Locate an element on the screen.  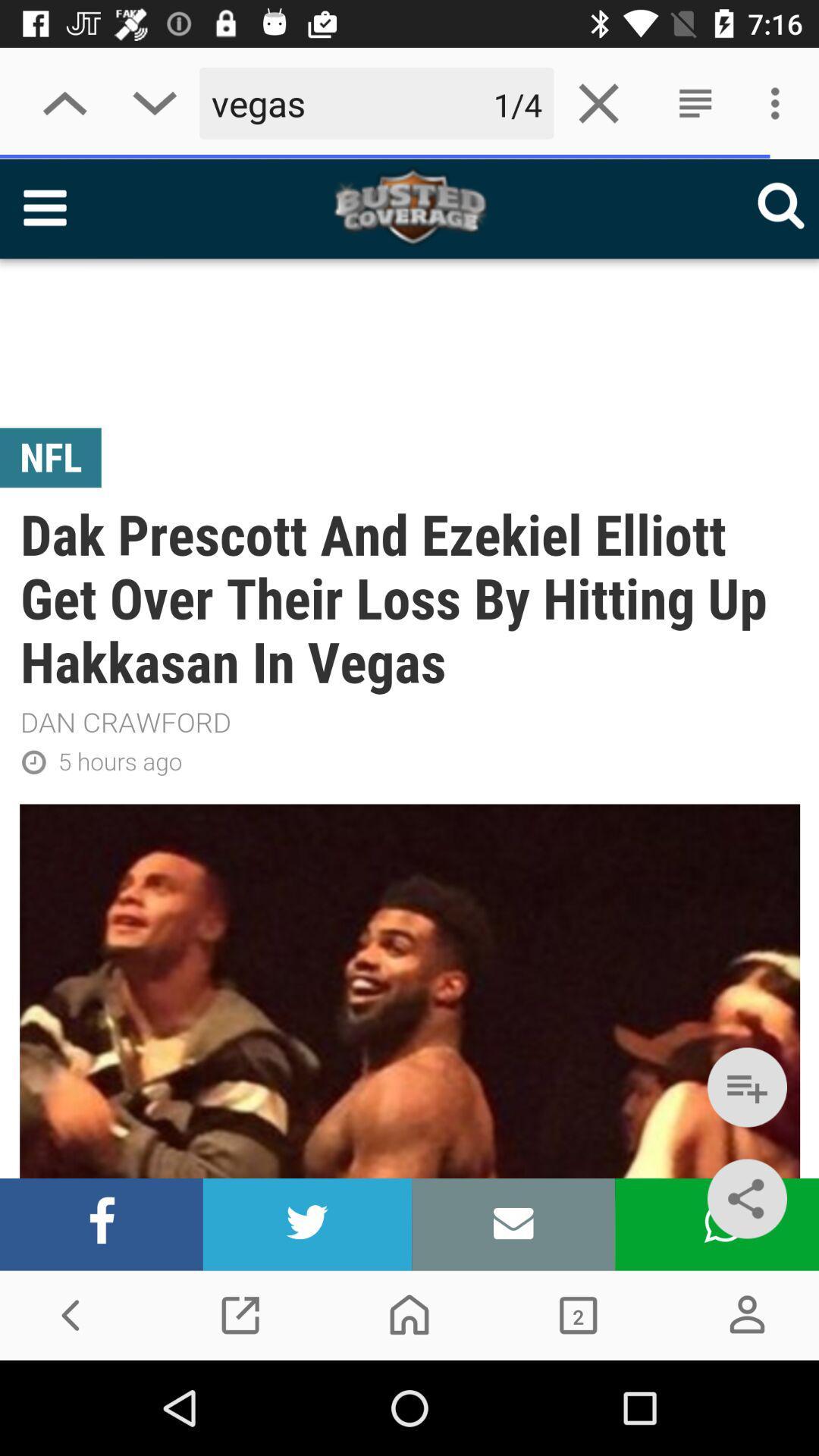
the share icon is located at coordinates (746, 1197).